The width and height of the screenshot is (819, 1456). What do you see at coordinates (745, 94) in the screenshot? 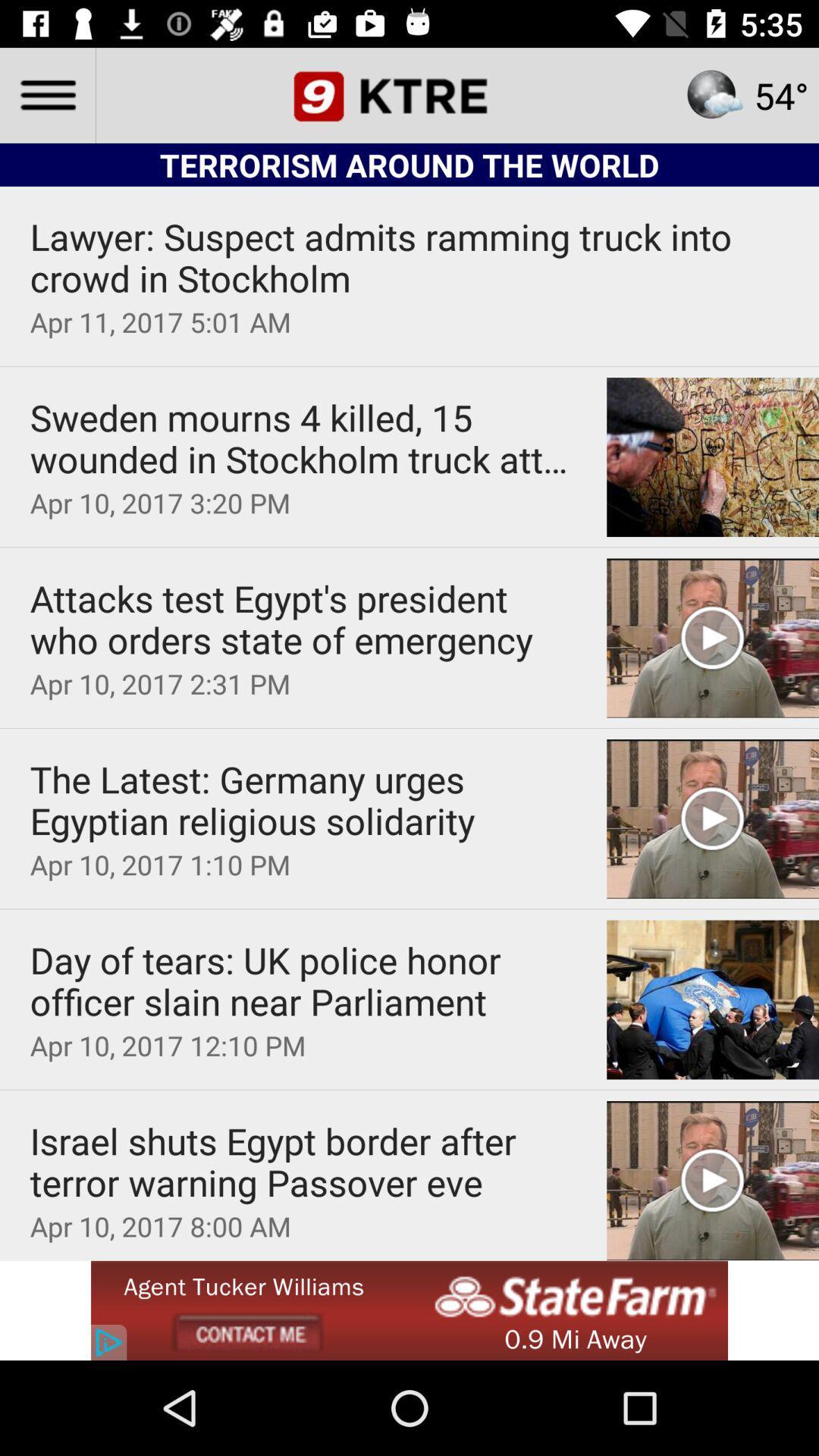
I see `the star icon` at bounding box center [745, 94].